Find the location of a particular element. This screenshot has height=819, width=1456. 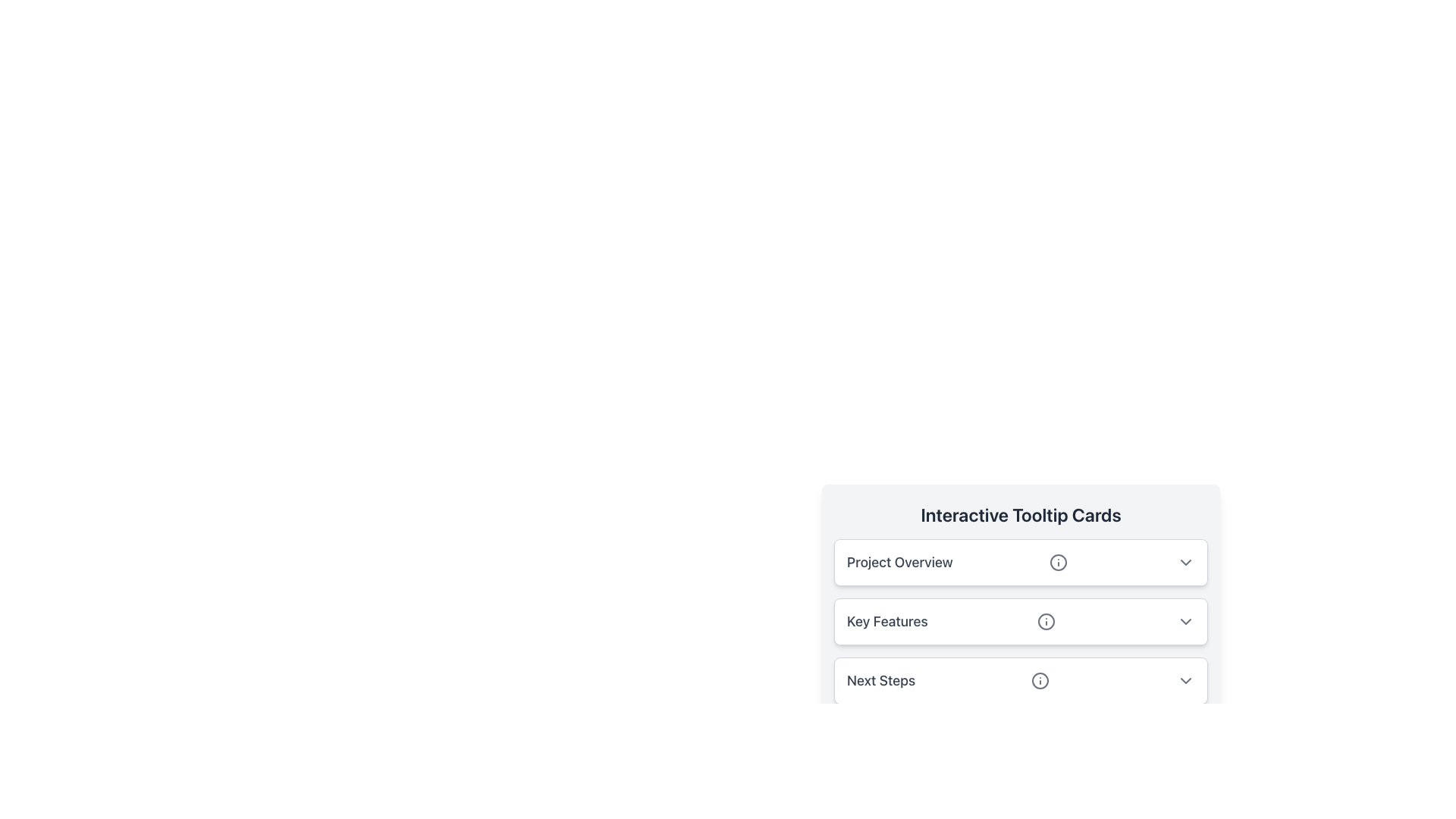

the Informational Icon, which is a circular gray icon with an 'i' symbol located to the right of the 'Key Features' label in the 'Interactive Tooltip Cards' section is located at coordinates (1045, 622).